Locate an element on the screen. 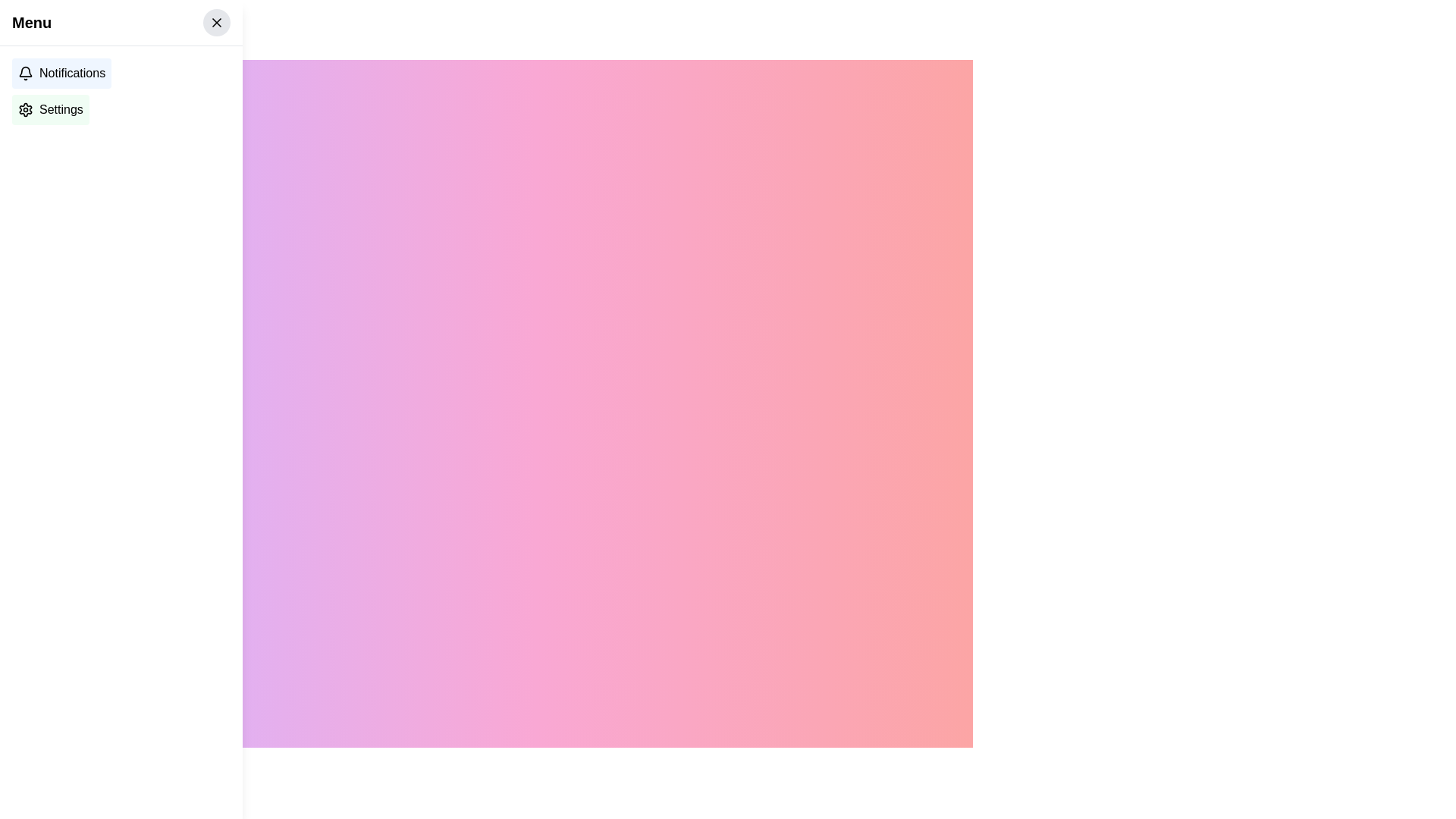  the small 'X' SVG icon within the rounded button located in the top-right corner of the vertical menu panel is located at coordinates (216, 23).